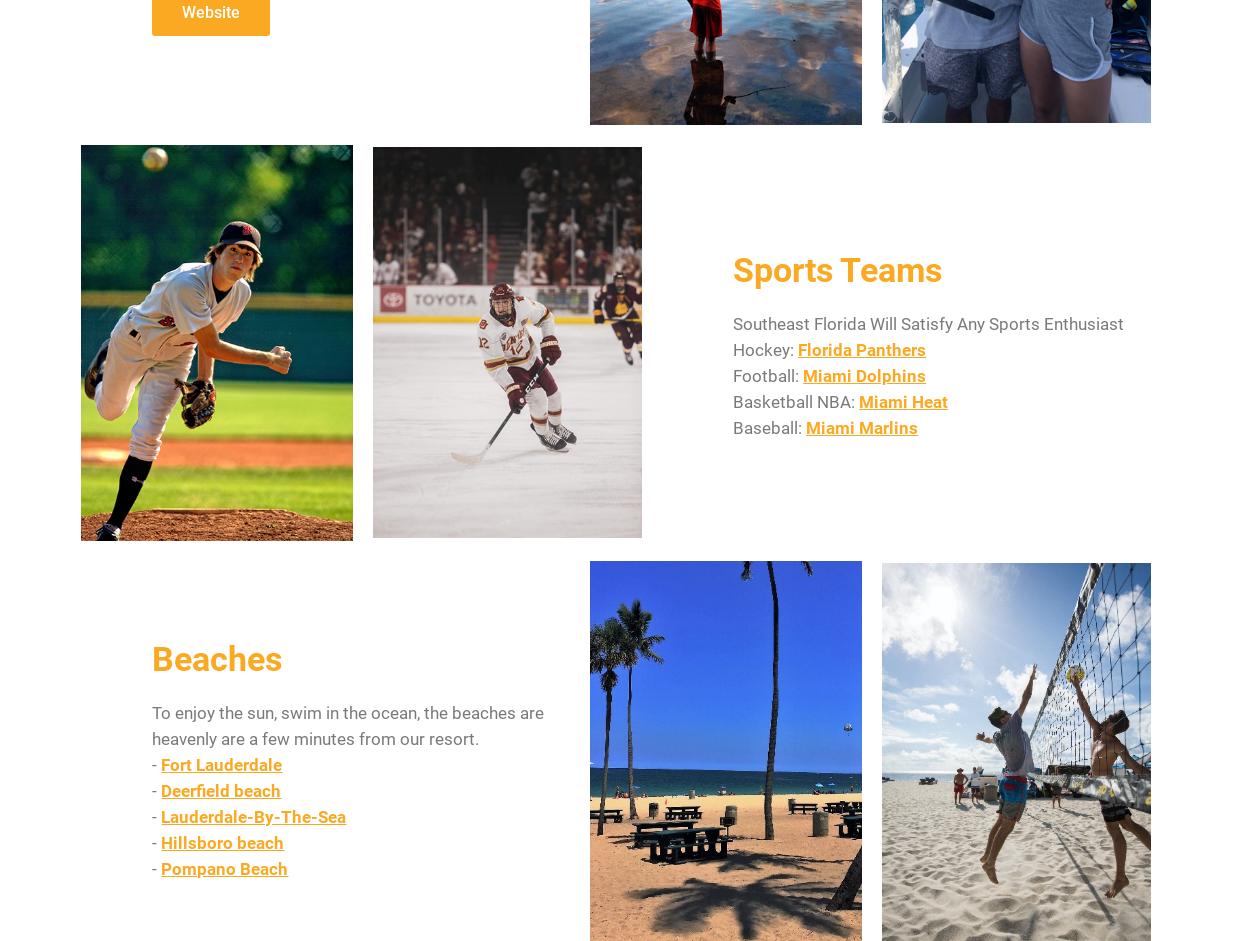 Image resolution: width=1252 pixels, height=941 pixels. I want to click on 'Website', so click(210, 12).